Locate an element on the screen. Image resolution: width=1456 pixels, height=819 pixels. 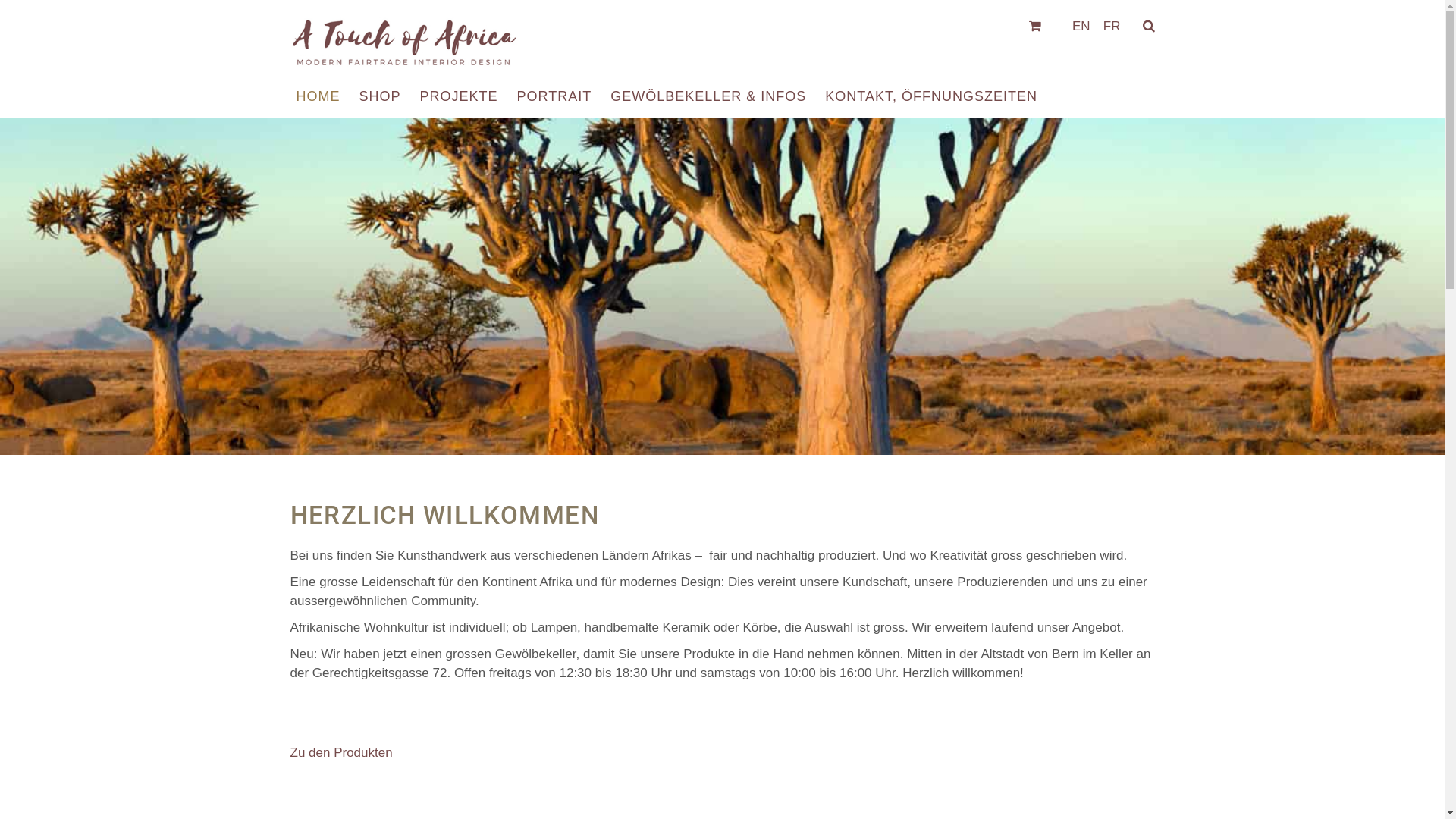
'Zu den Produkten' is located at coordinates (340, 752).